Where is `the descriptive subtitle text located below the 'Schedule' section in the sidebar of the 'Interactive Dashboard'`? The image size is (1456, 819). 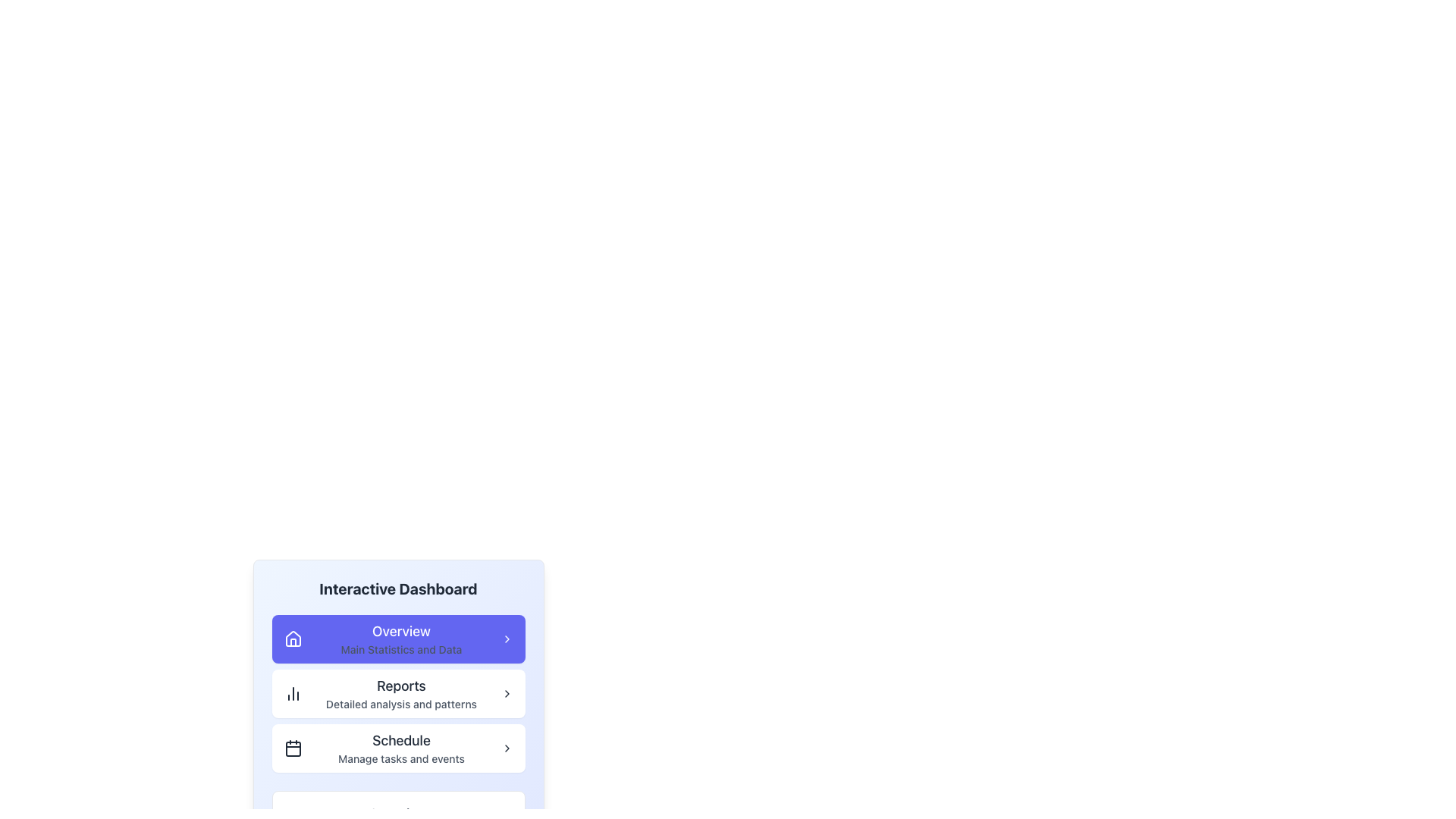
the descriptive subtitle text located below the 'Schedule' section in the sidebar of the 'Interactive Dashboard' is located at coordinates (401, 759).